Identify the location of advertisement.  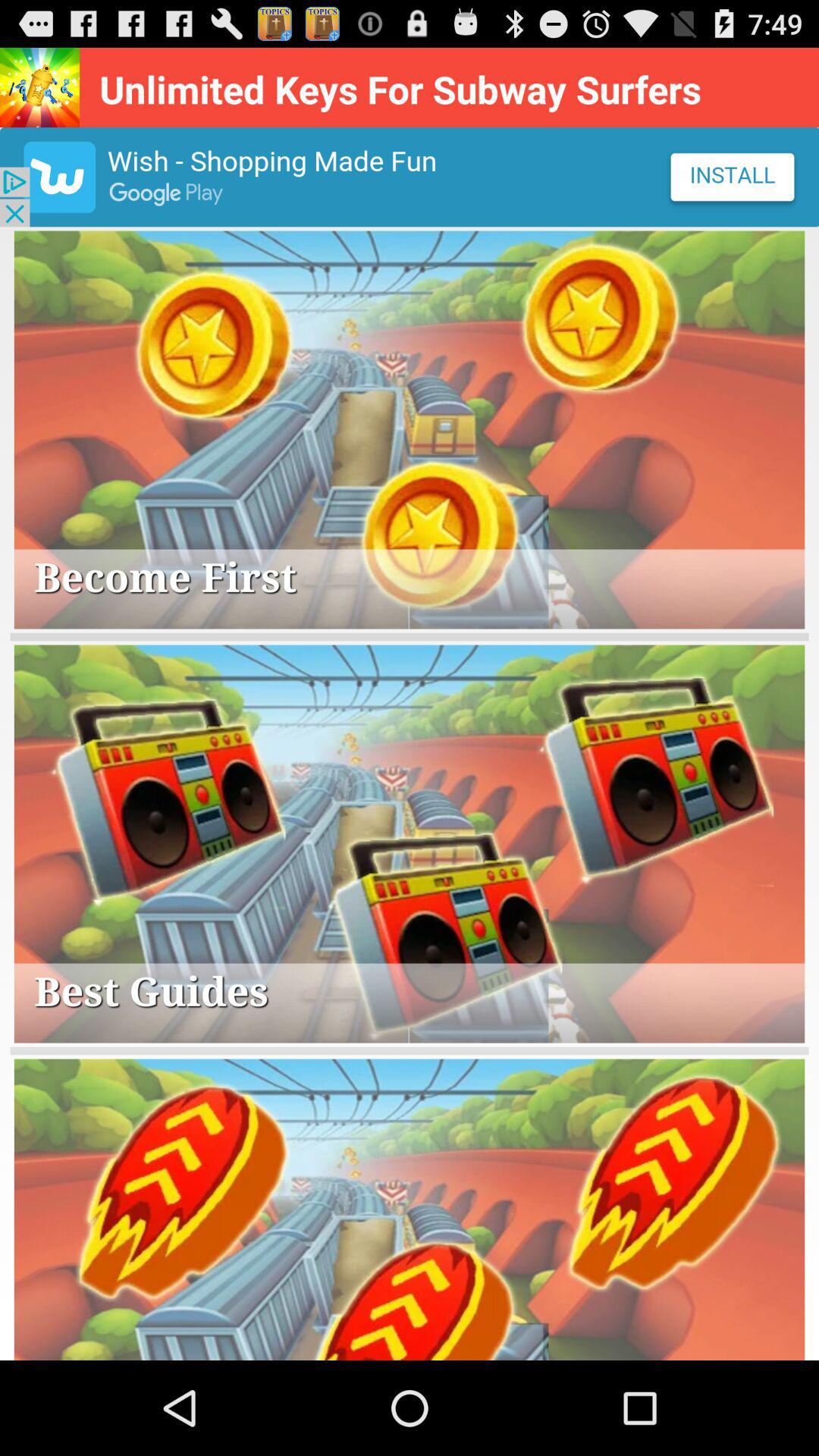
(409, 177).